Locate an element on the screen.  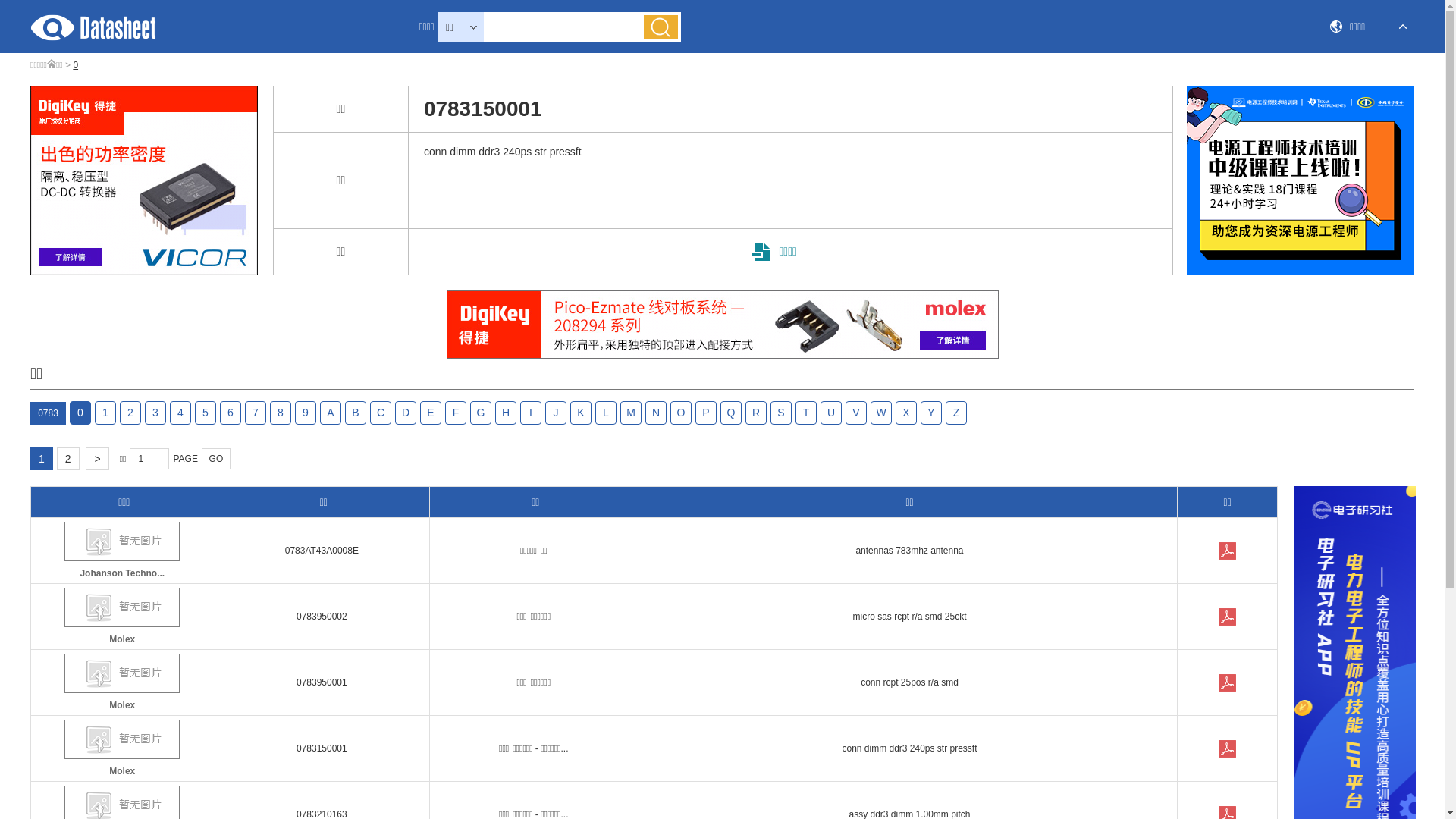
'0783950001' is located at coordinates (296, 681).